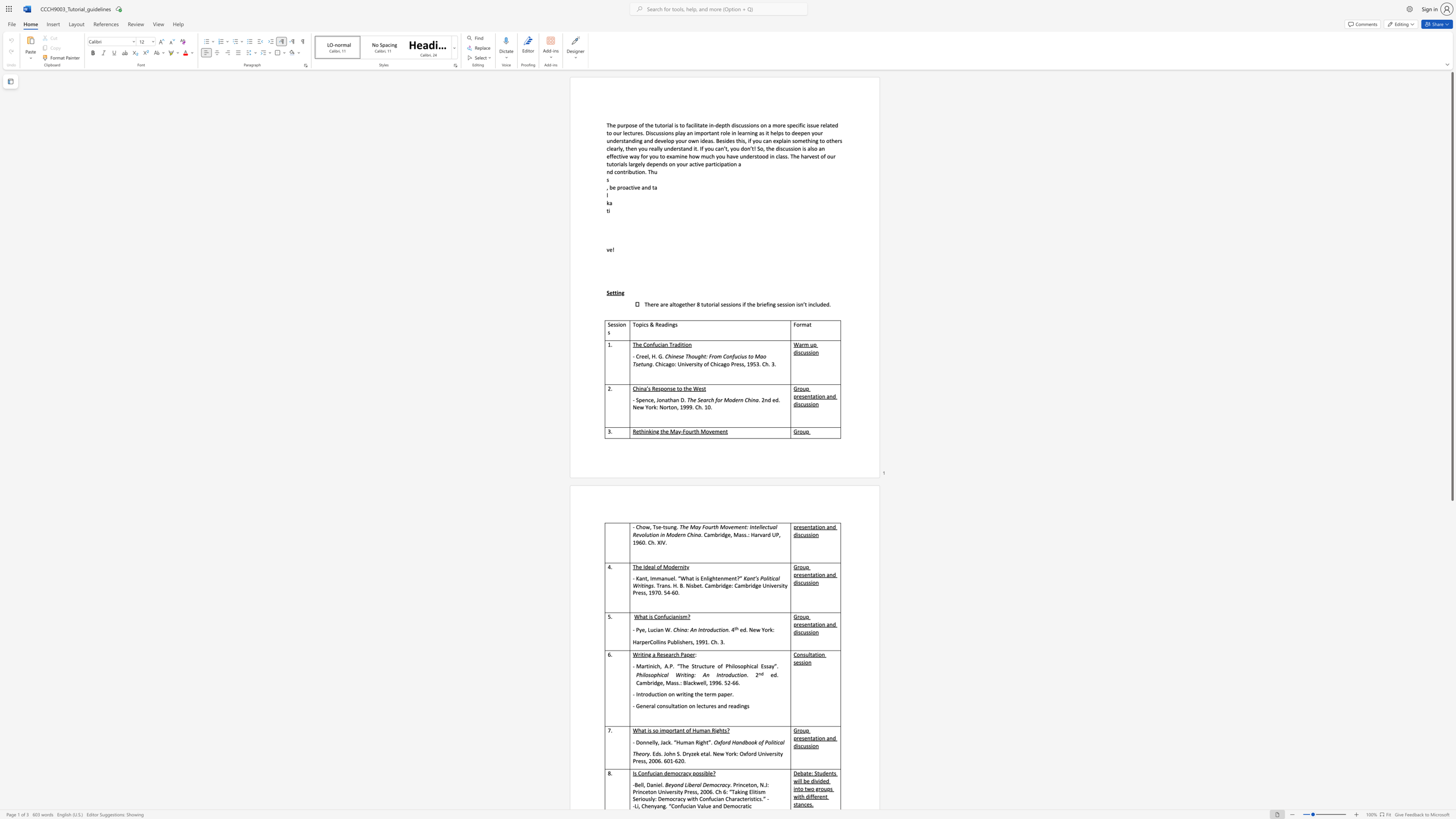 The width and height of the screenshot is (1456, 819). Describe the element at coordinates (1451, 595) in the screenshot. I see `the scrollbar to slide the page down` at that location.